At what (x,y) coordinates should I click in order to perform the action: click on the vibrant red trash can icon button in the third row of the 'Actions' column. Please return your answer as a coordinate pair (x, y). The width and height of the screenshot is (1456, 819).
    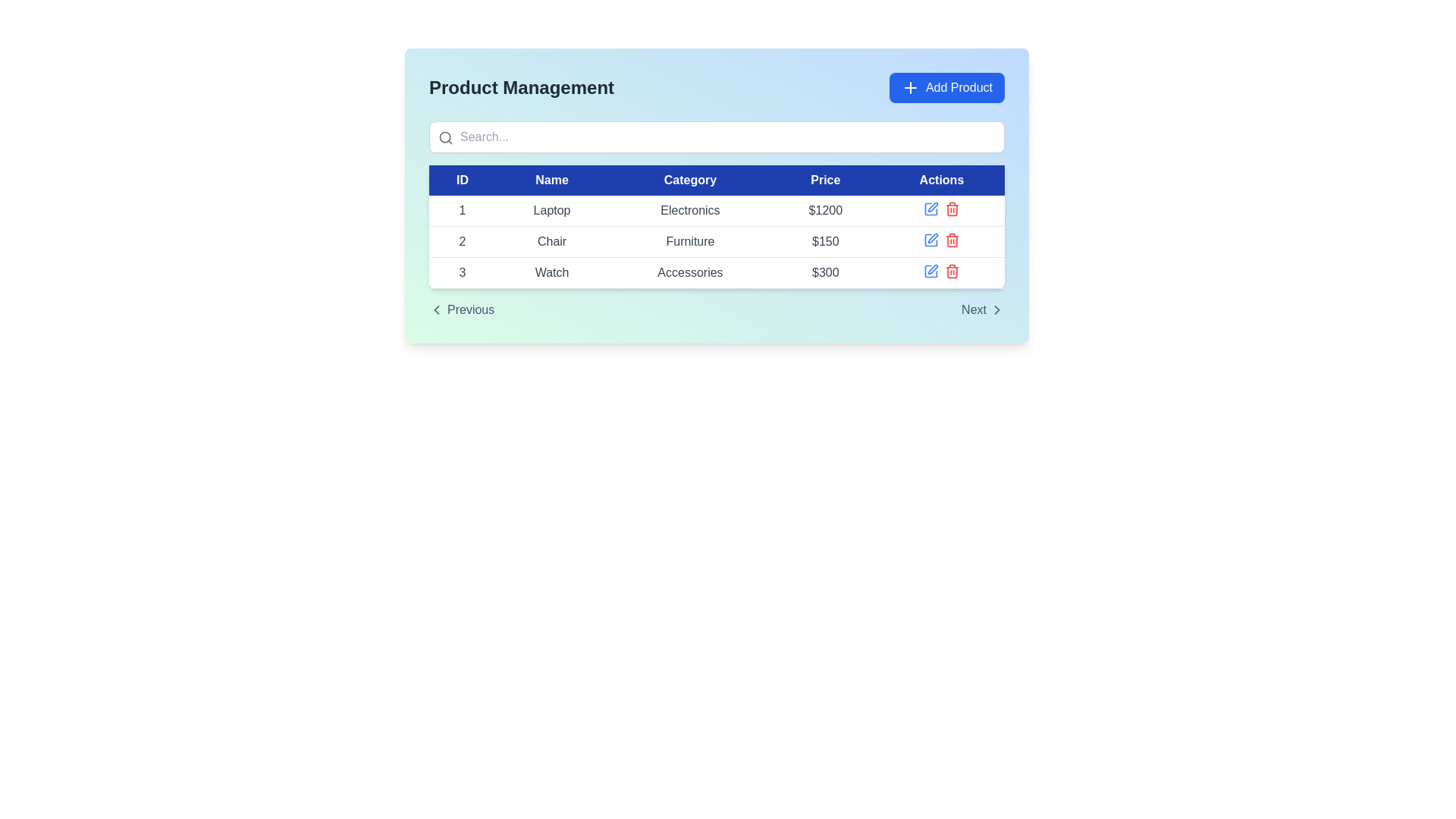
    Looking at the image, I should click on (951, 271).